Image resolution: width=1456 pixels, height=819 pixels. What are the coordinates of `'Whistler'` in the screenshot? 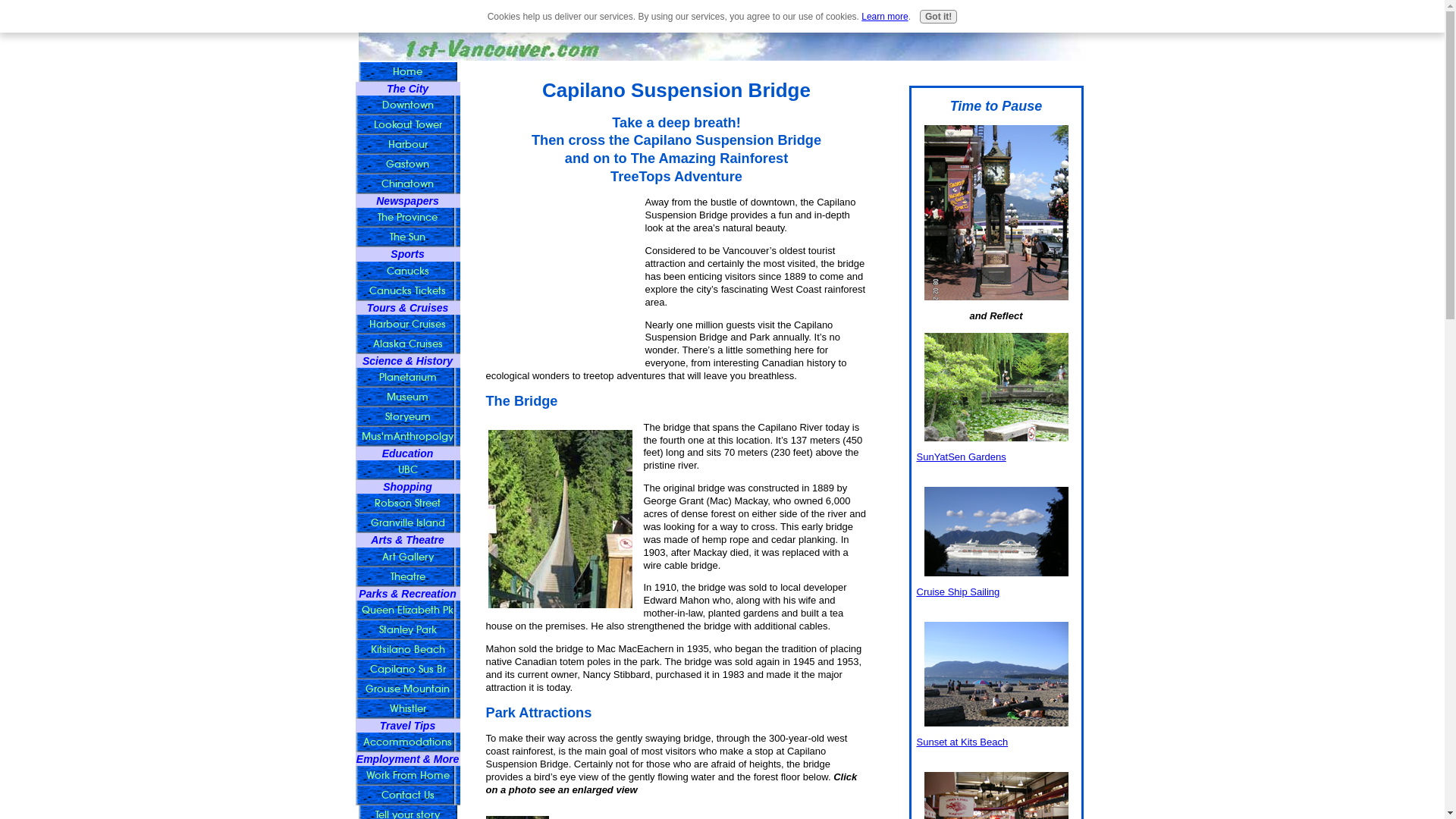 It's located at (407, 708).